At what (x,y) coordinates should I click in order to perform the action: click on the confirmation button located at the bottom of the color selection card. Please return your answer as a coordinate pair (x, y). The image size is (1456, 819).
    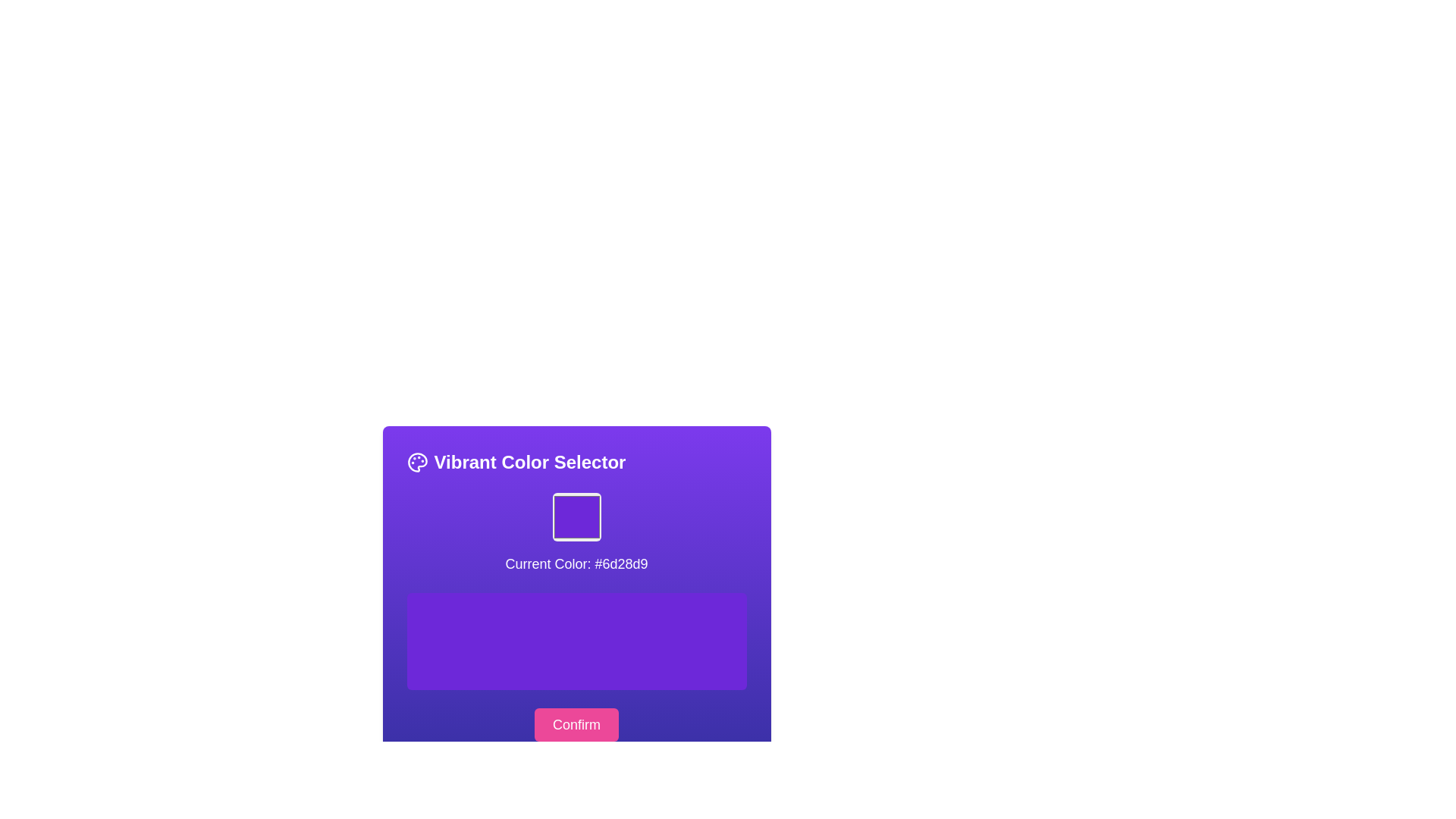
    Looking at the image, I should click on (576, 724).